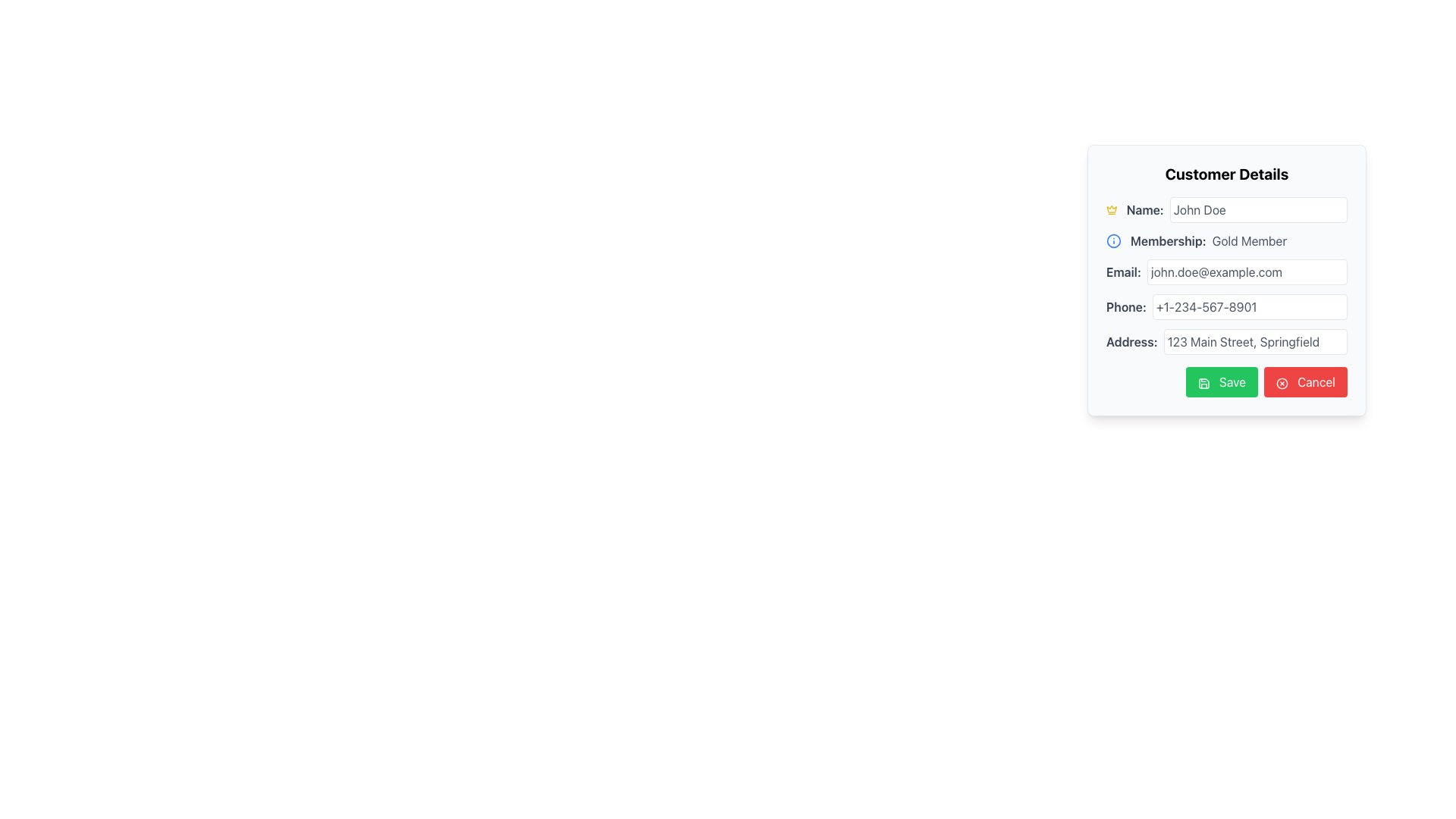  What do you see at coordinates (1203, 382) in the screenshot?
I see `the save icon located at the bottom left of the form overlay` at bounding box center [1203, 382].